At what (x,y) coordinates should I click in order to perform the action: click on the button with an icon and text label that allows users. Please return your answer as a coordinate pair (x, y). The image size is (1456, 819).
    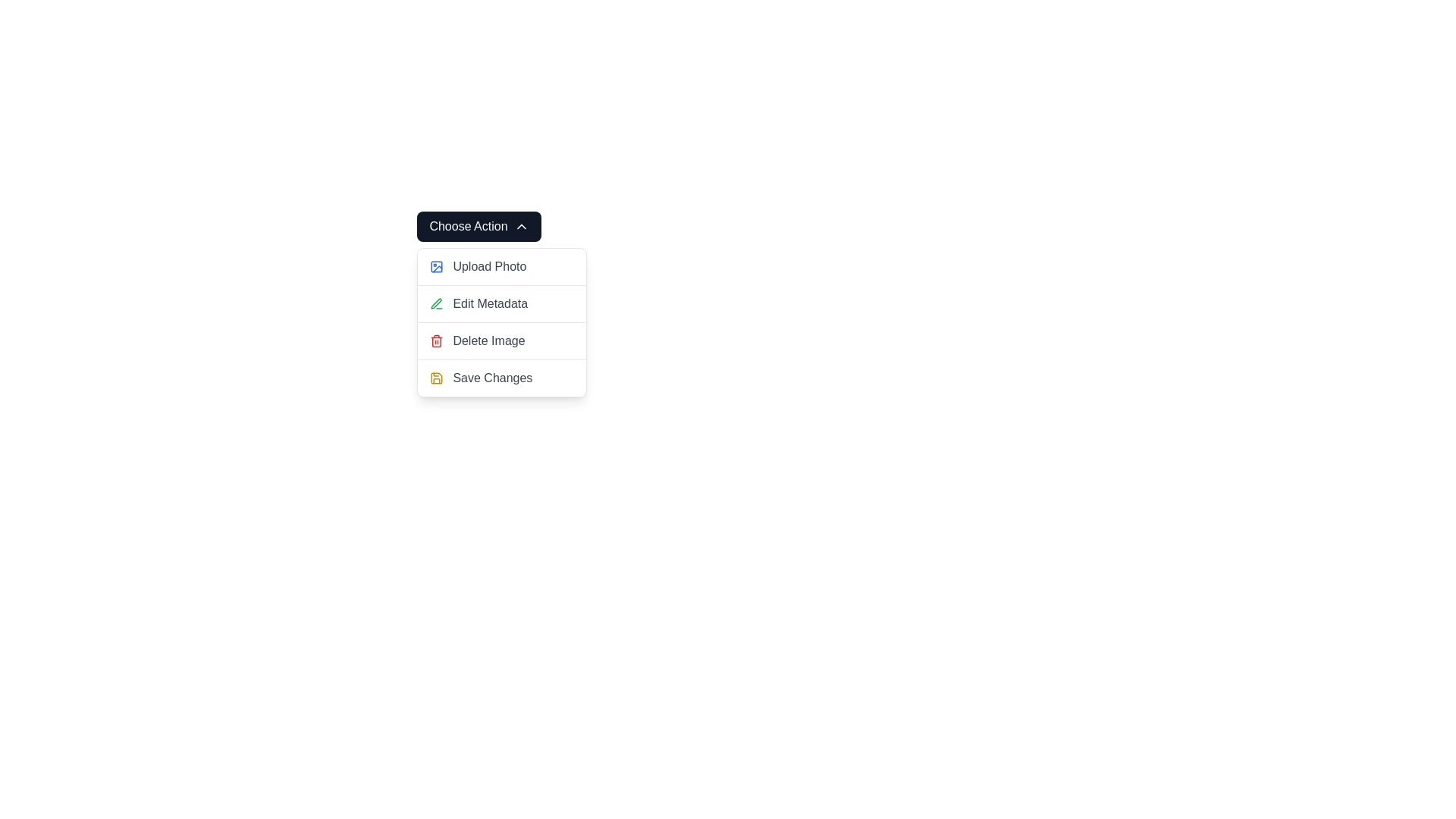
    Looking at the image, I should click on (502, 304).